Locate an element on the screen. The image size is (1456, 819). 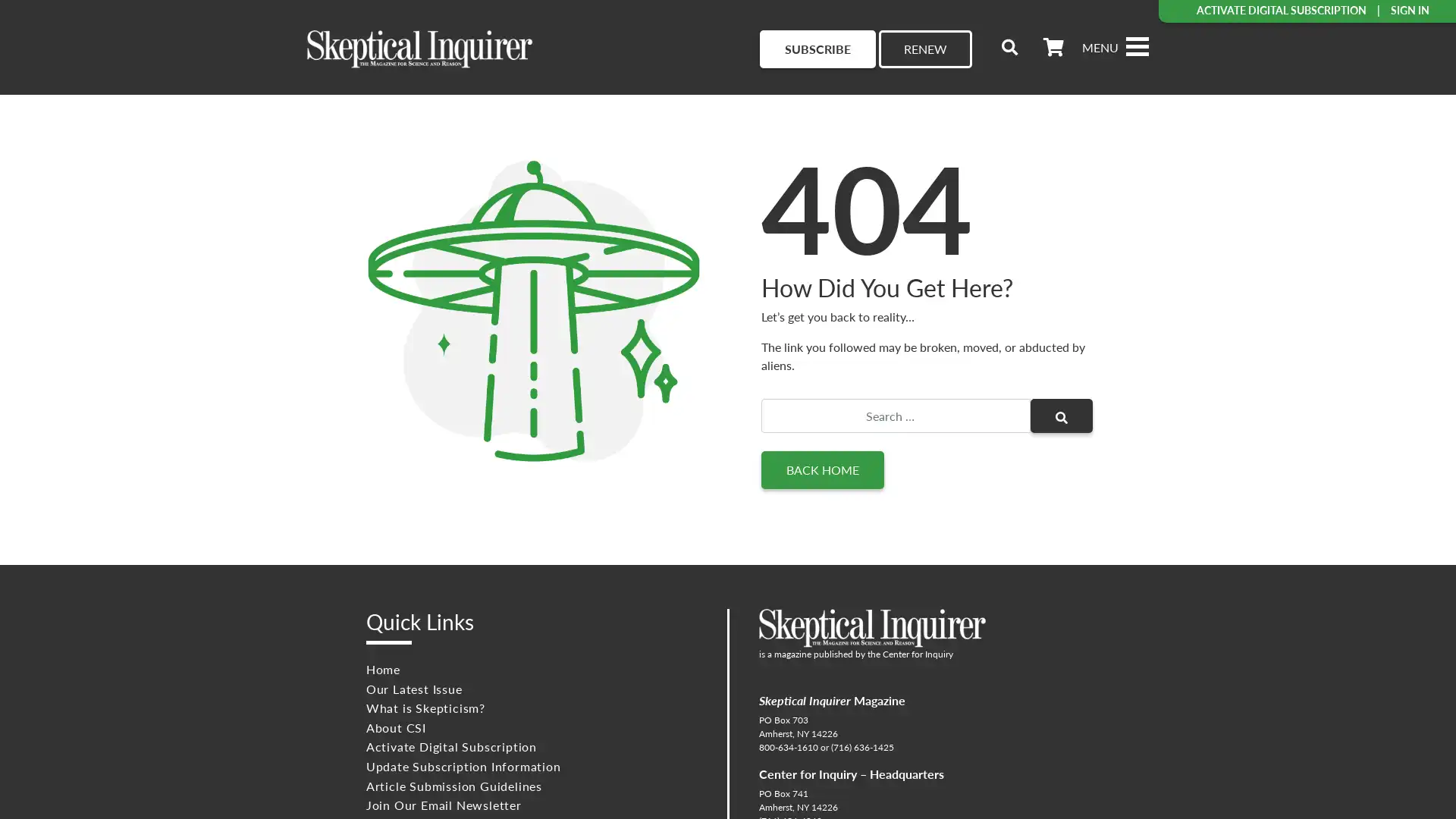
SUBSCRIBE is located at coordinates (817, 49).